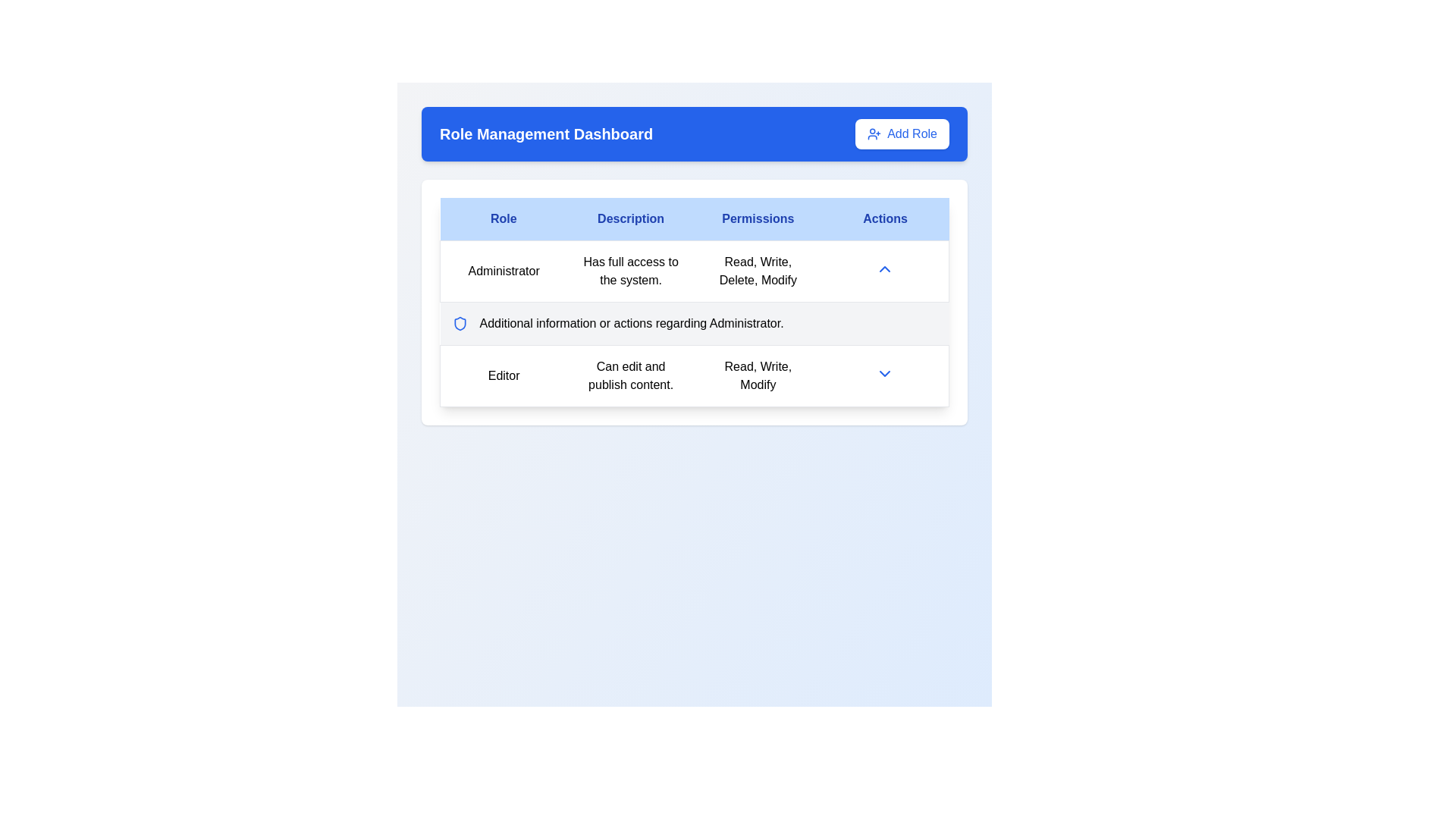  Describe the element at coordinates (459, 323) in the screenshot. I see `the shield icon, which is filled with a blue stroke, located next to the text 'Additional information or actions regarding Administrator.'` at that location.